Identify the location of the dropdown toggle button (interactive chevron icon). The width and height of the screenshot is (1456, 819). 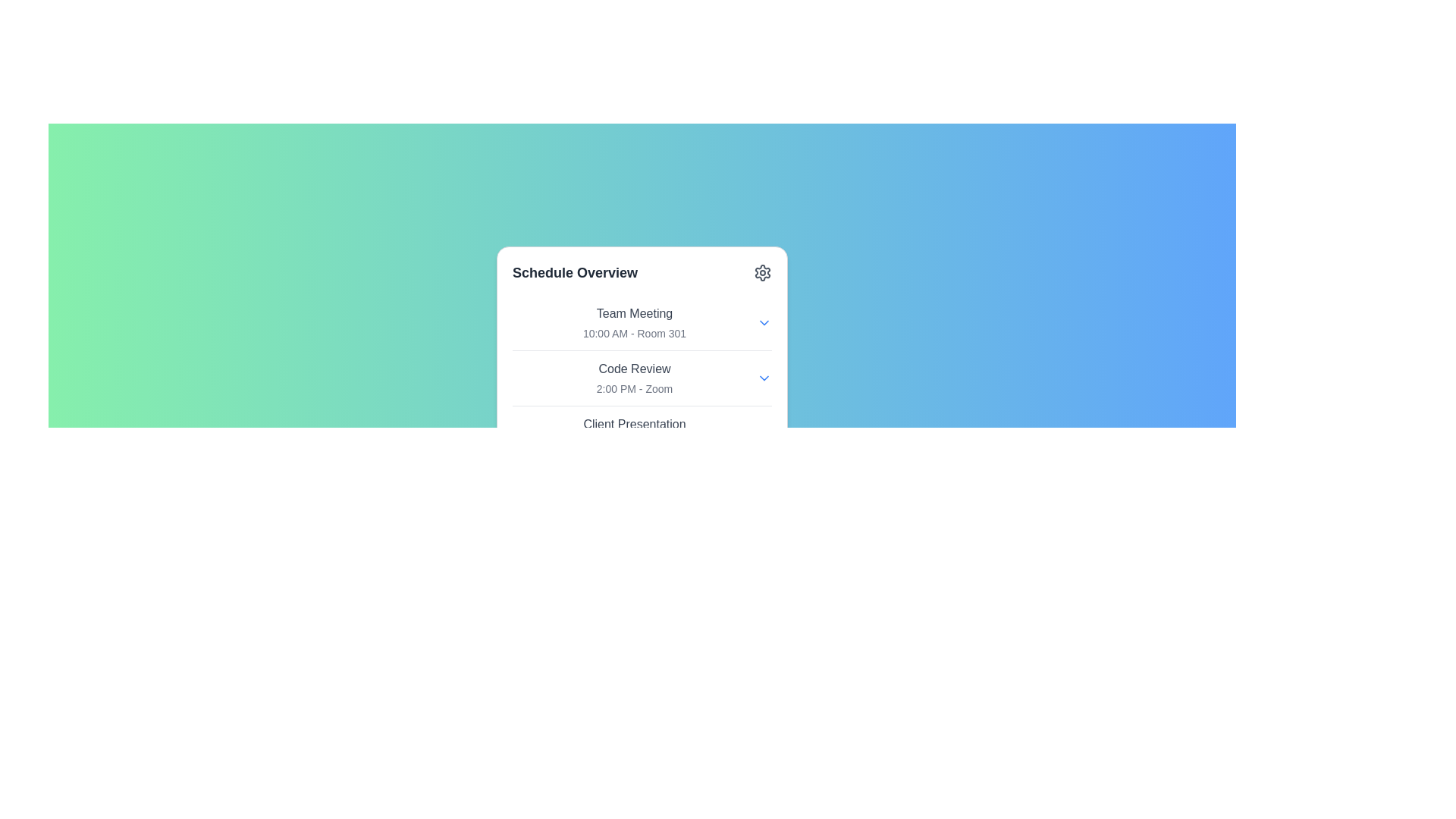
(764, 377).